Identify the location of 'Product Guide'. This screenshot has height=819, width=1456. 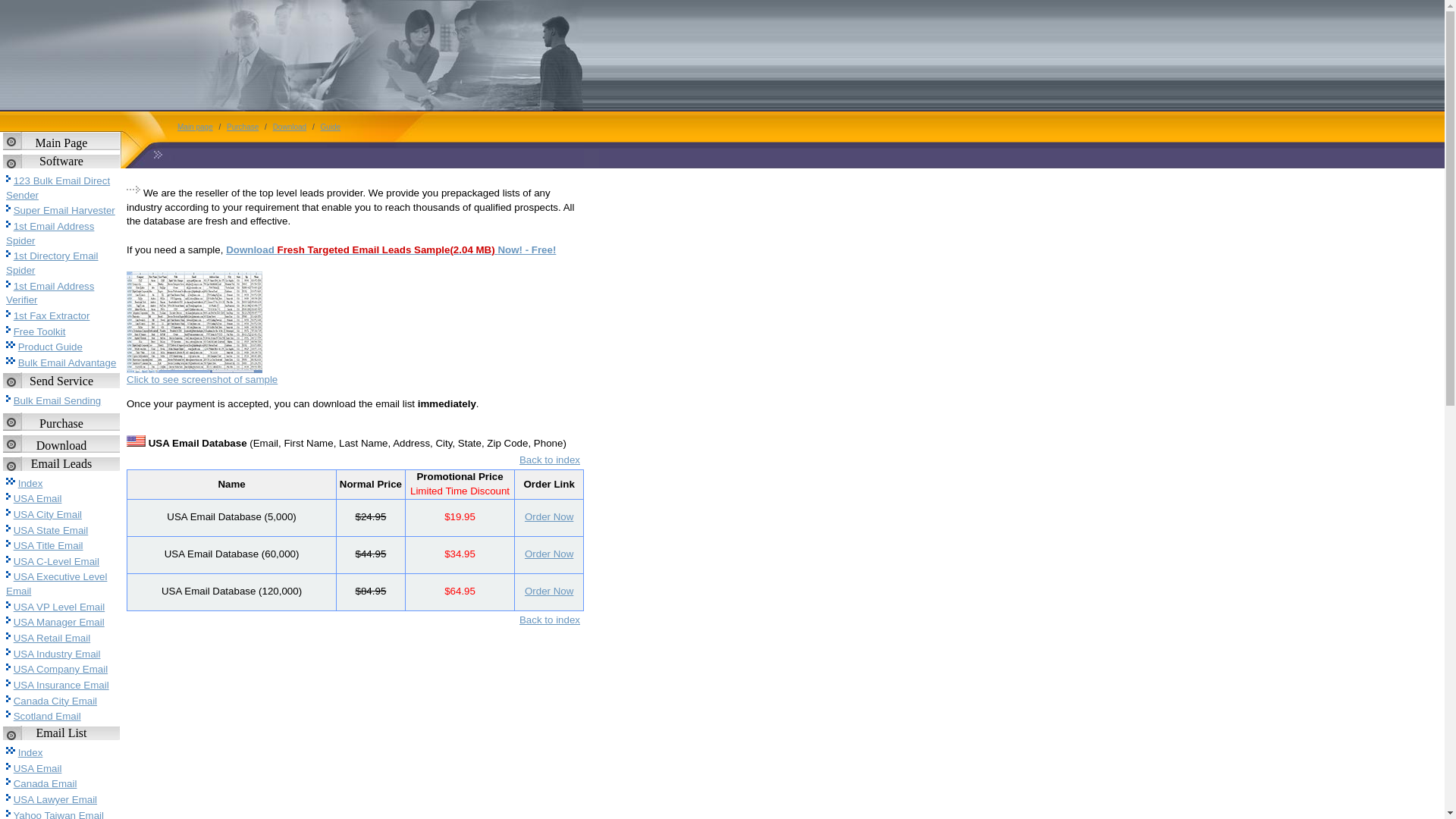
(50, 347).